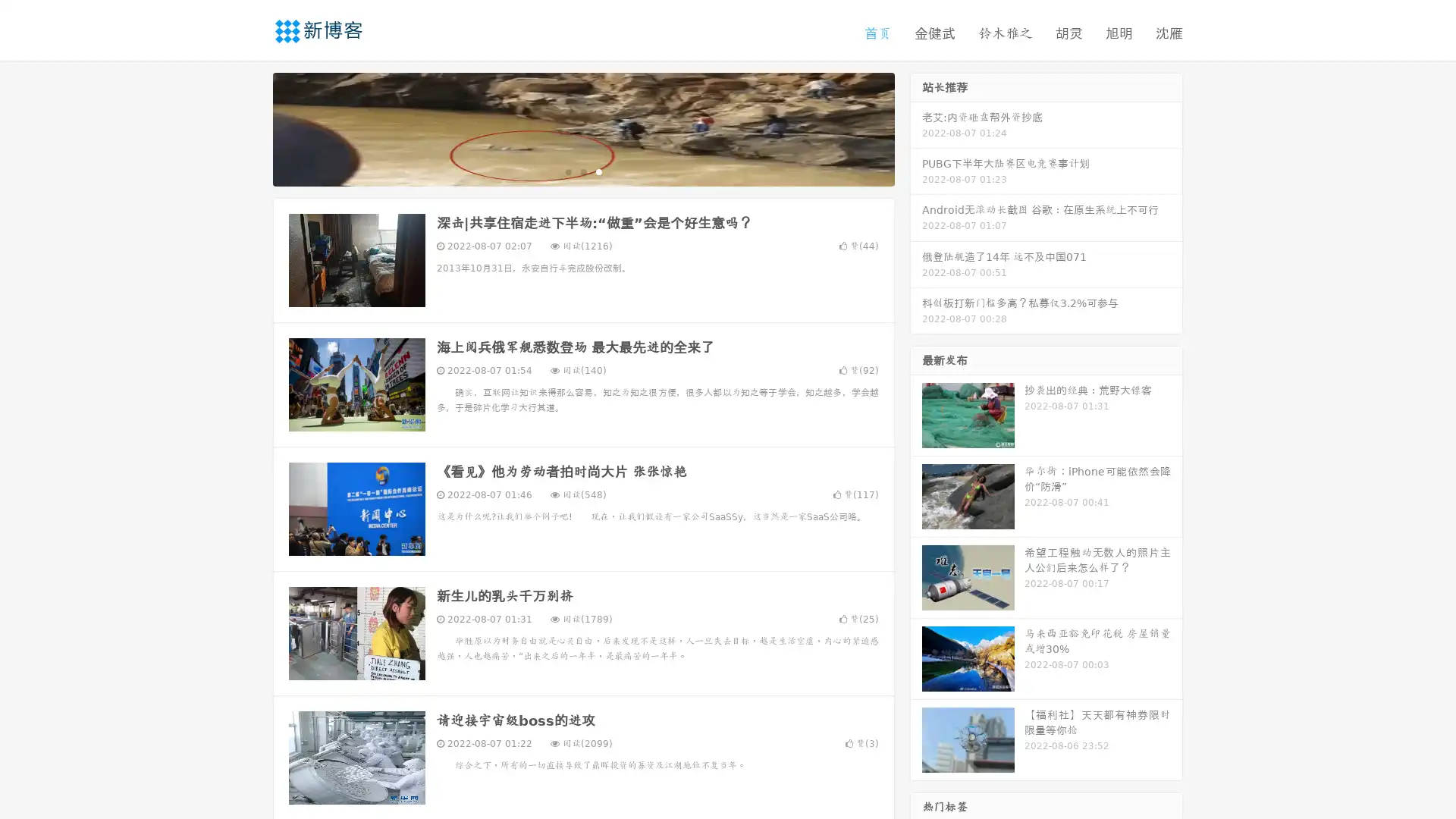  Describe the element at coordinates (567, 171) in the screenshot. I see `Go to slide 1` at that location.